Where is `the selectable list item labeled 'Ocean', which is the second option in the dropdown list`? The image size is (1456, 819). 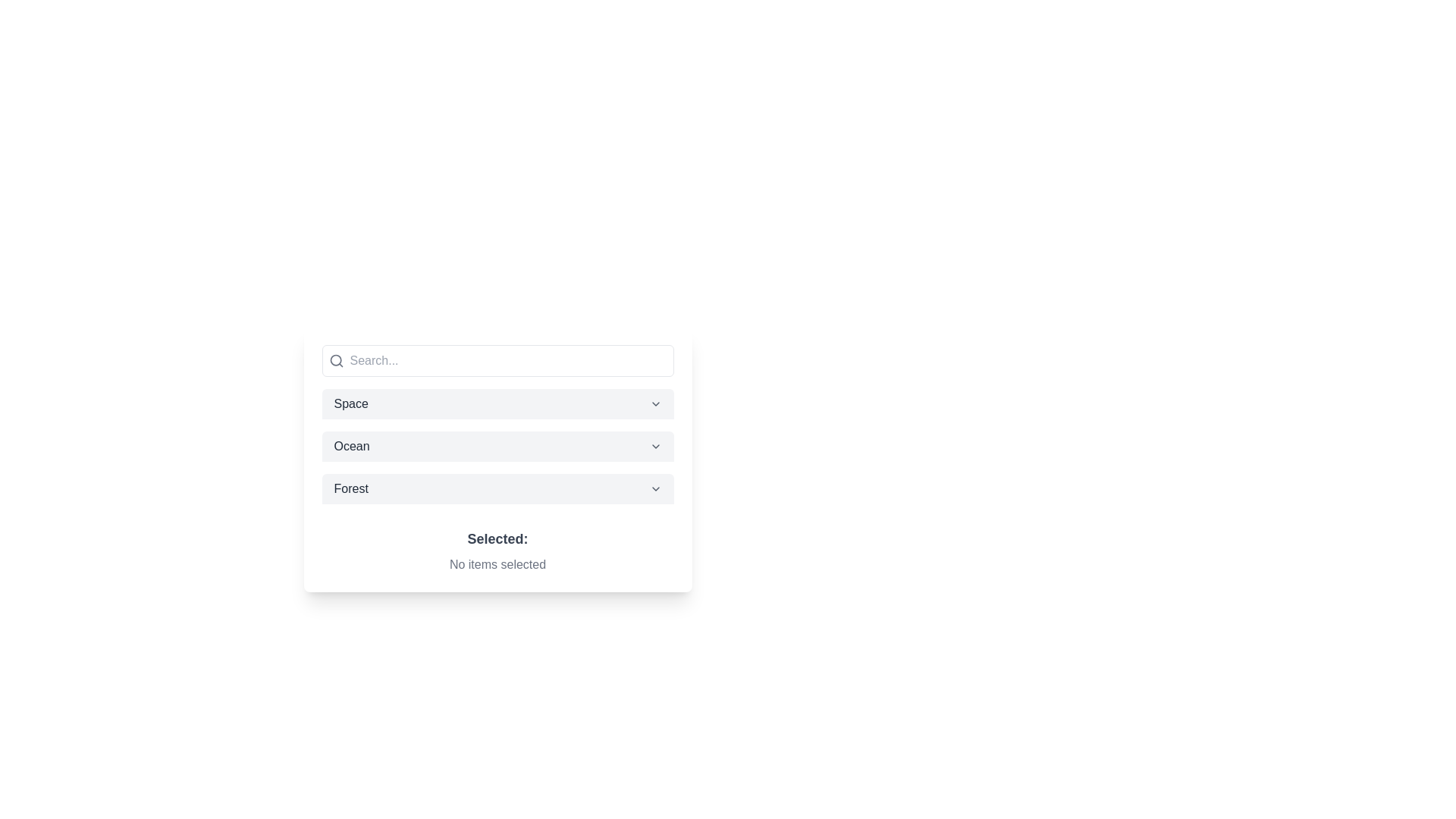 the selectable list item labeled 'Ocean', which is the second option in the dropdown list is located at coordinates (497, 446).